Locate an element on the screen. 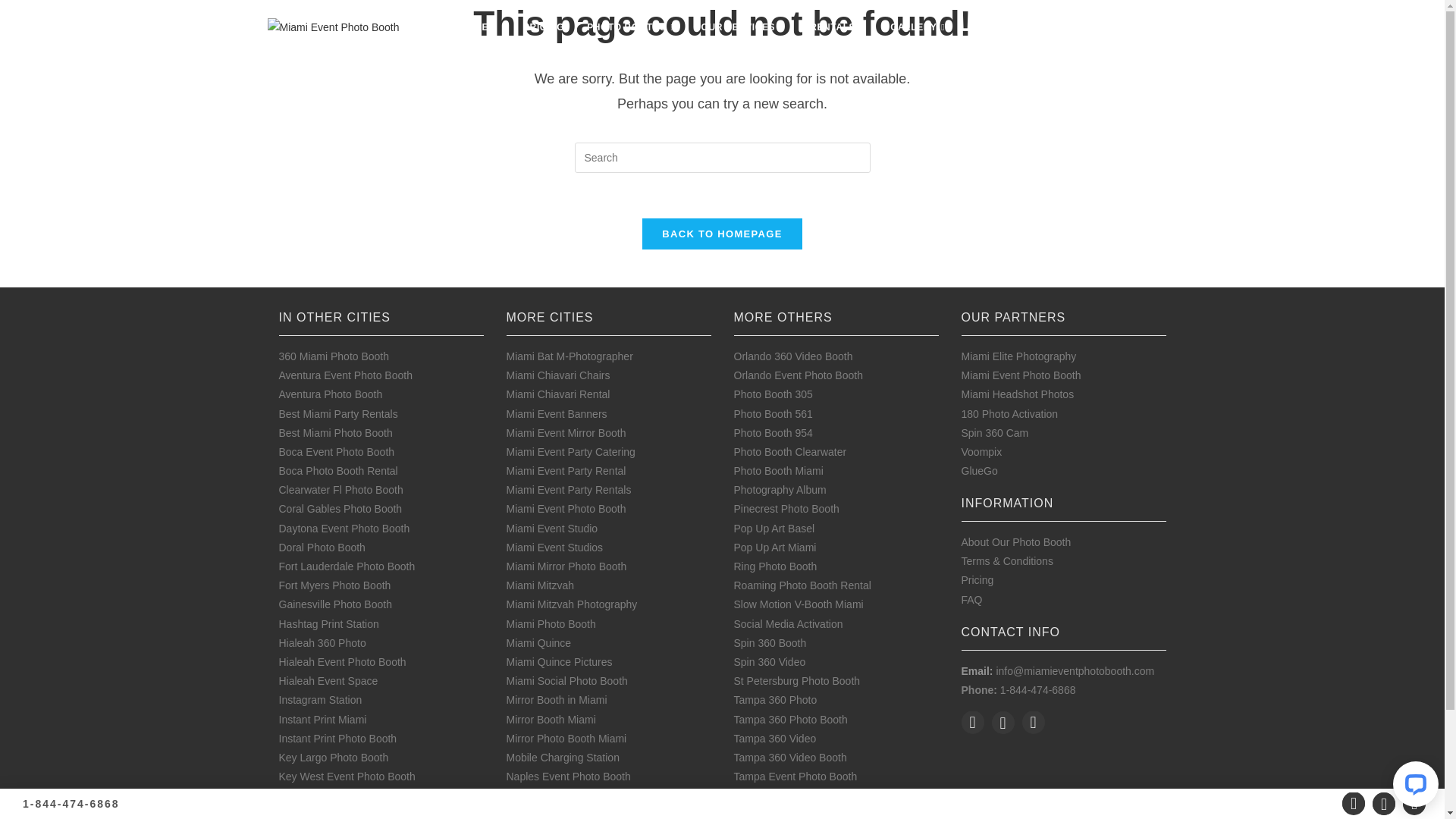 The height and width of the screenshot is (819, 1456). 'Tampa Event Photo Booth' is located at coordinates (734, 776).